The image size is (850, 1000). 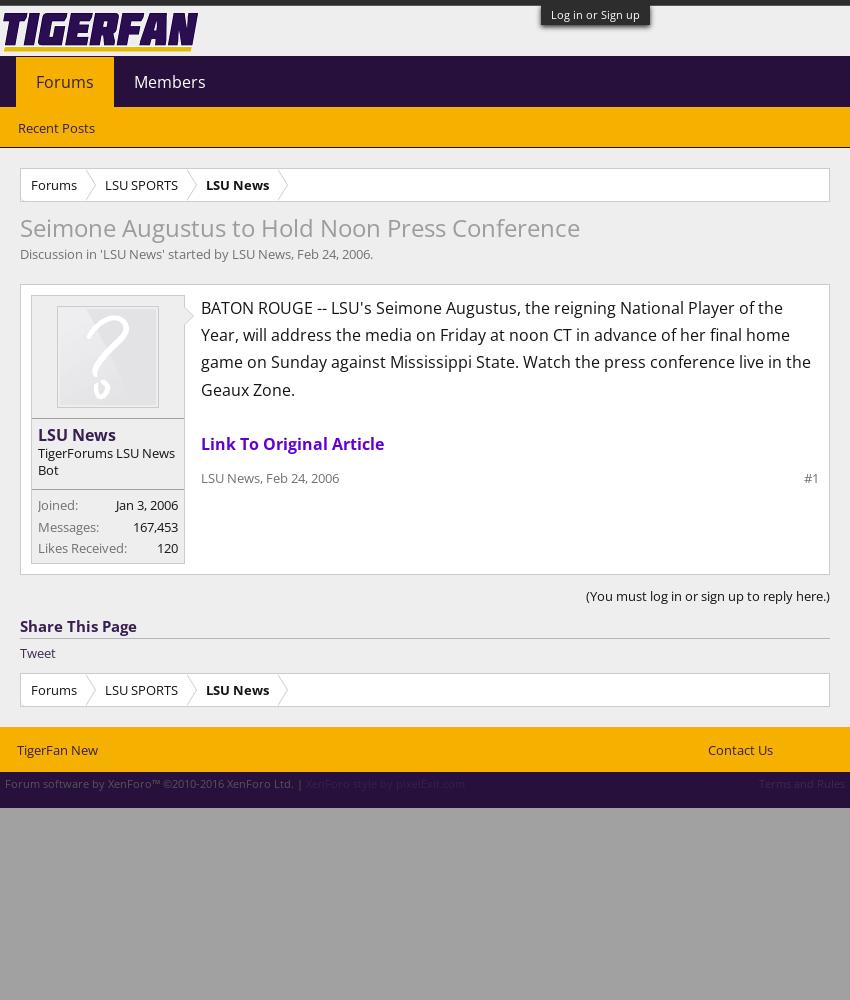 I want to click on 'Link To Original Article', so click(x=291, y=442).